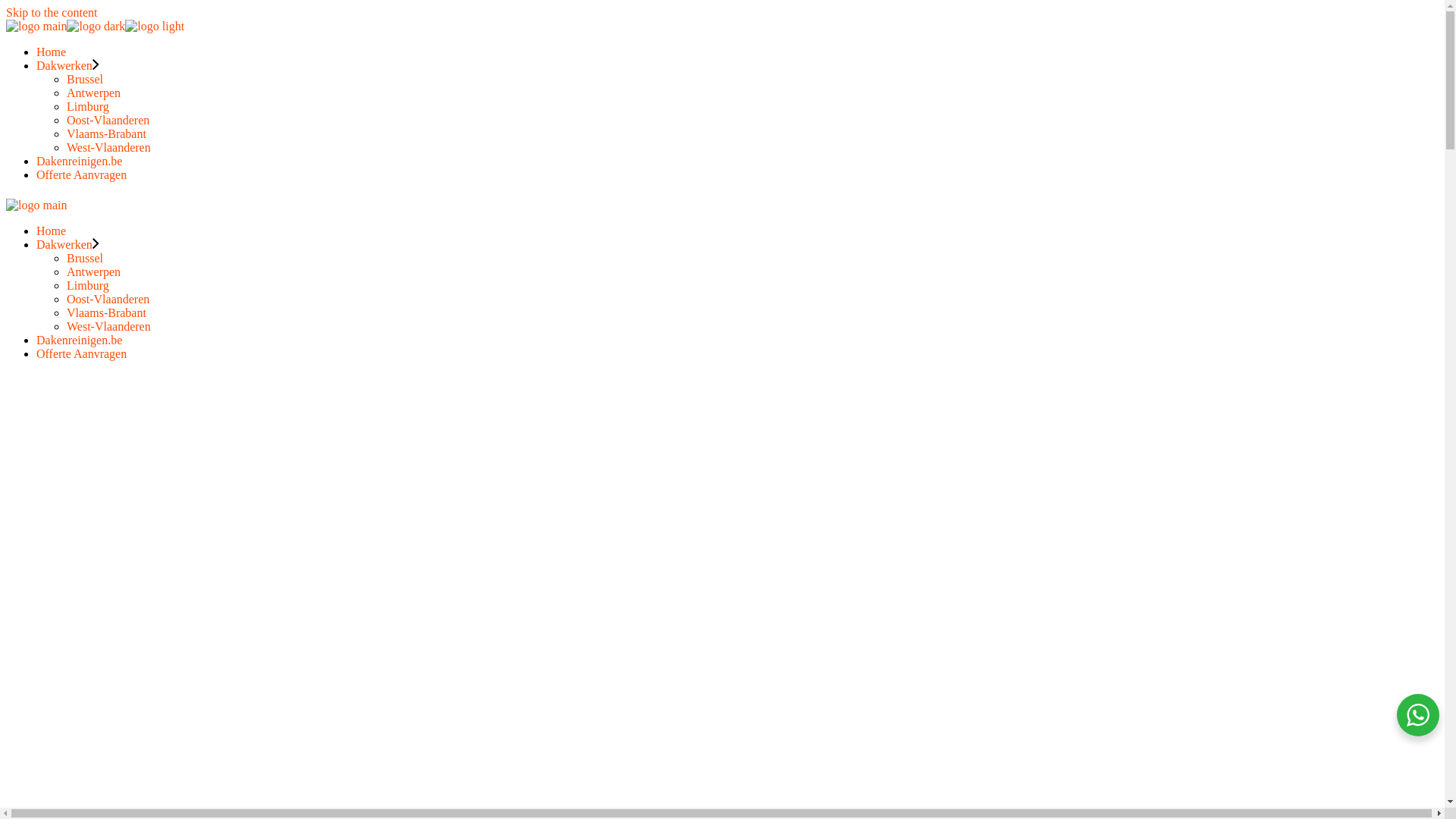 This screenshot has height=819, width=1456. I want to click on 'Dakwerken', so click(67, 64).